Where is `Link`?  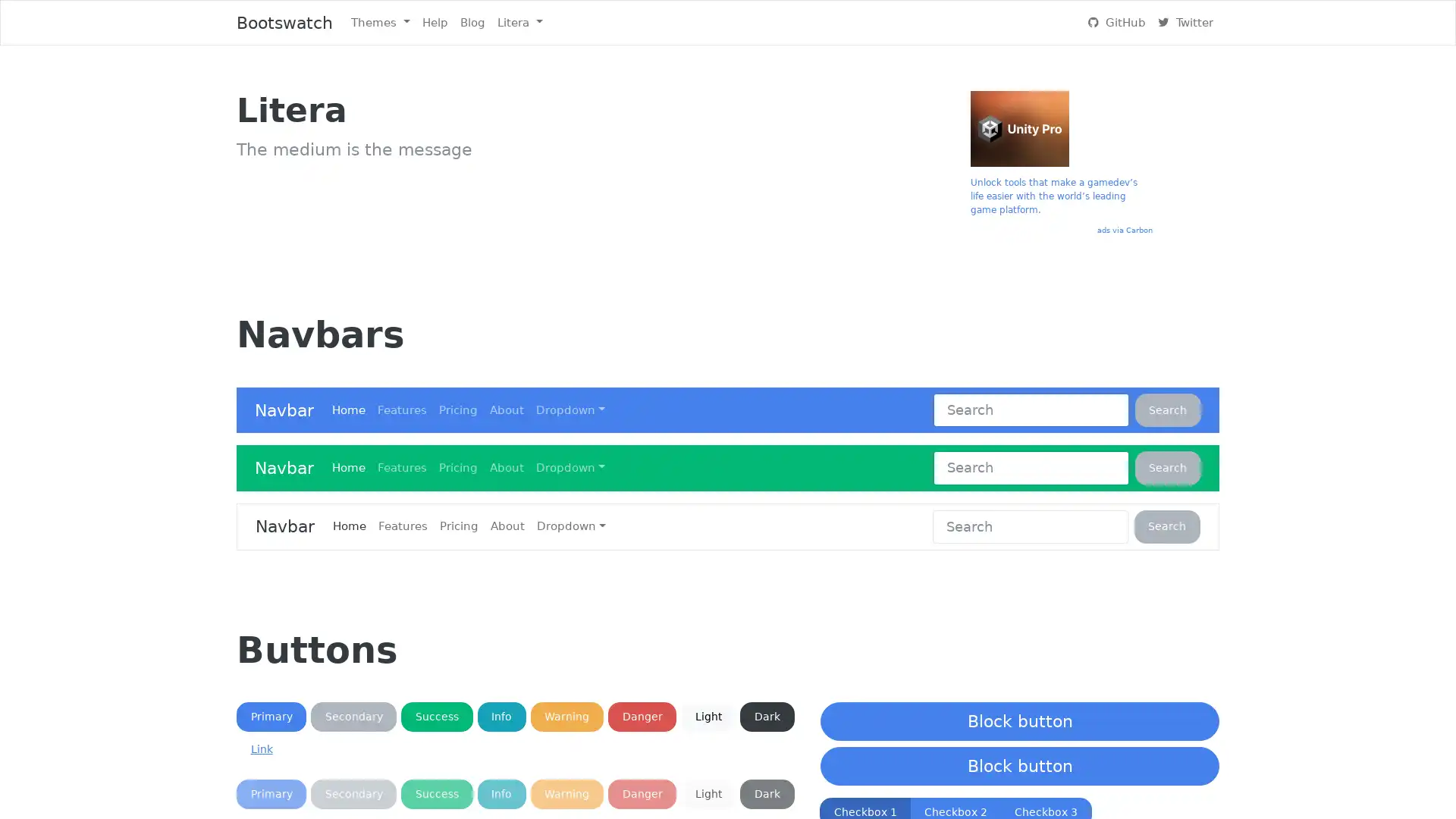 Link is located at coordinates (262, 748).